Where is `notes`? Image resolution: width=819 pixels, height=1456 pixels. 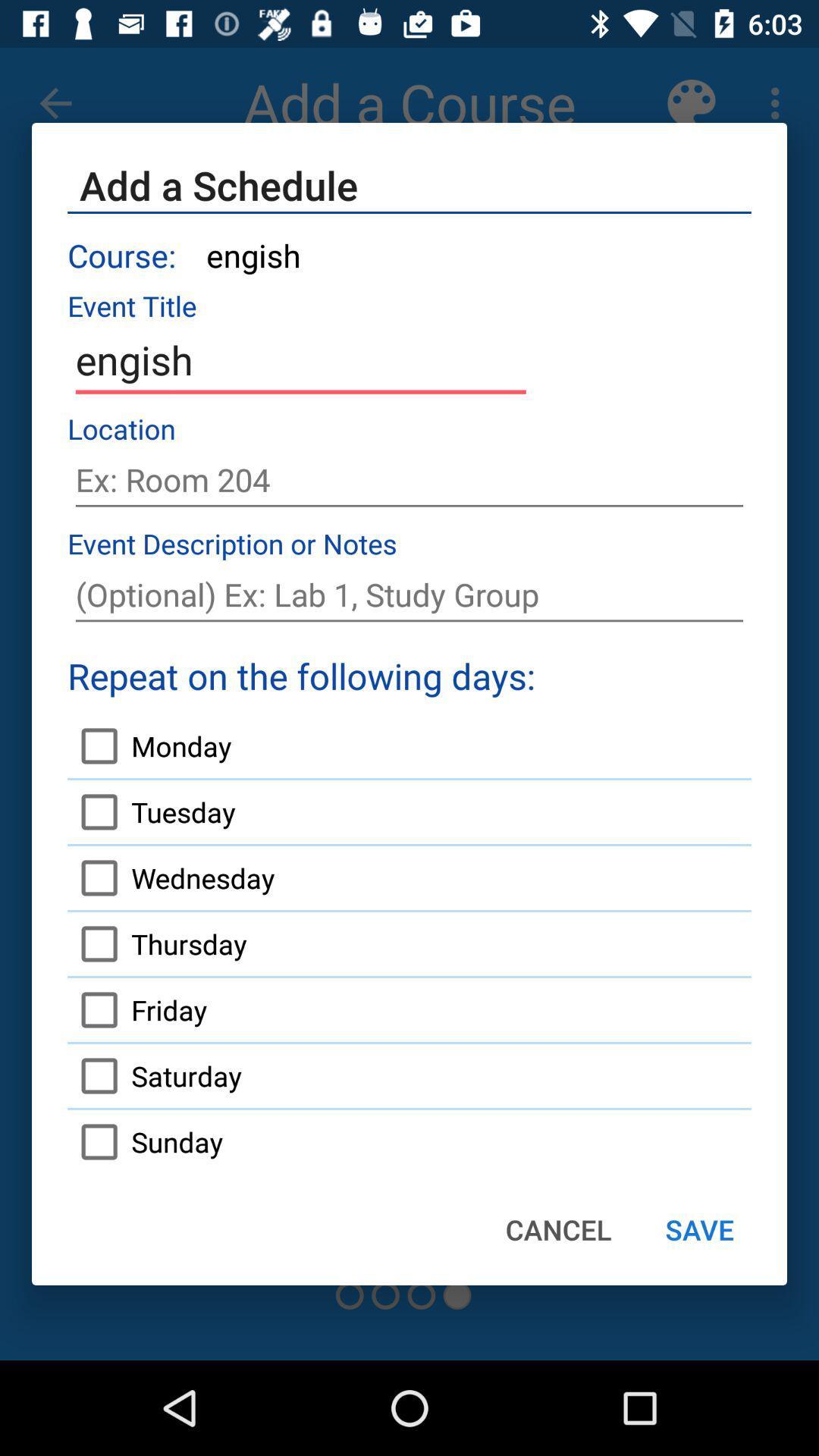 notes is located at coordinates (409, 594).